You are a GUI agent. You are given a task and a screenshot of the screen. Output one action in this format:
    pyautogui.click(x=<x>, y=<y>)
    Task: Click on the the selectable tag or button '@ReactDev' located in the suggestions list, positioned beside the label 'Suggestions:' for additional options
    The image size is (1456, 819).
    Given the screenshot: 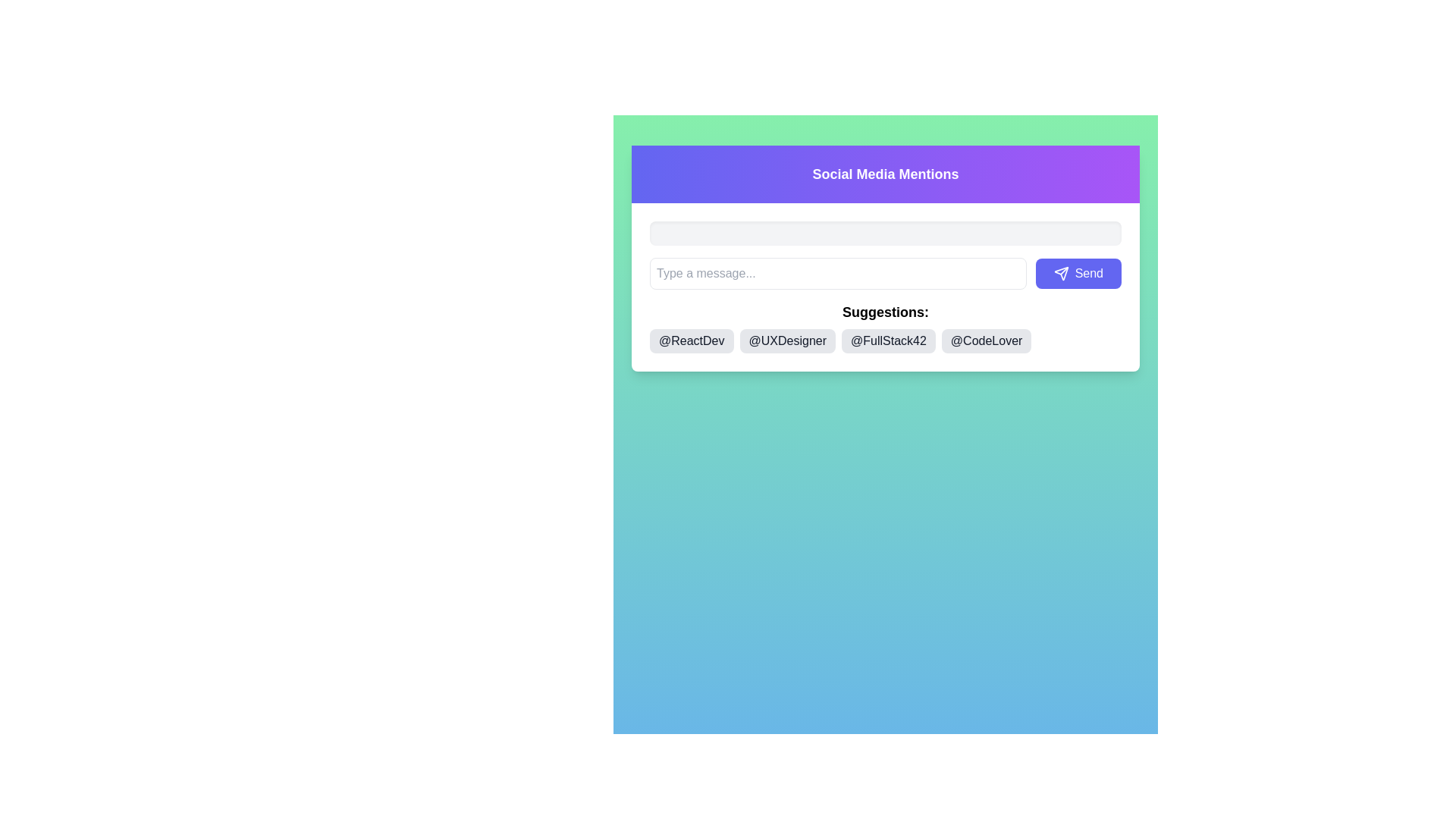 What is the action you would take?
    pyautogui.click(x=691, y=341)
    